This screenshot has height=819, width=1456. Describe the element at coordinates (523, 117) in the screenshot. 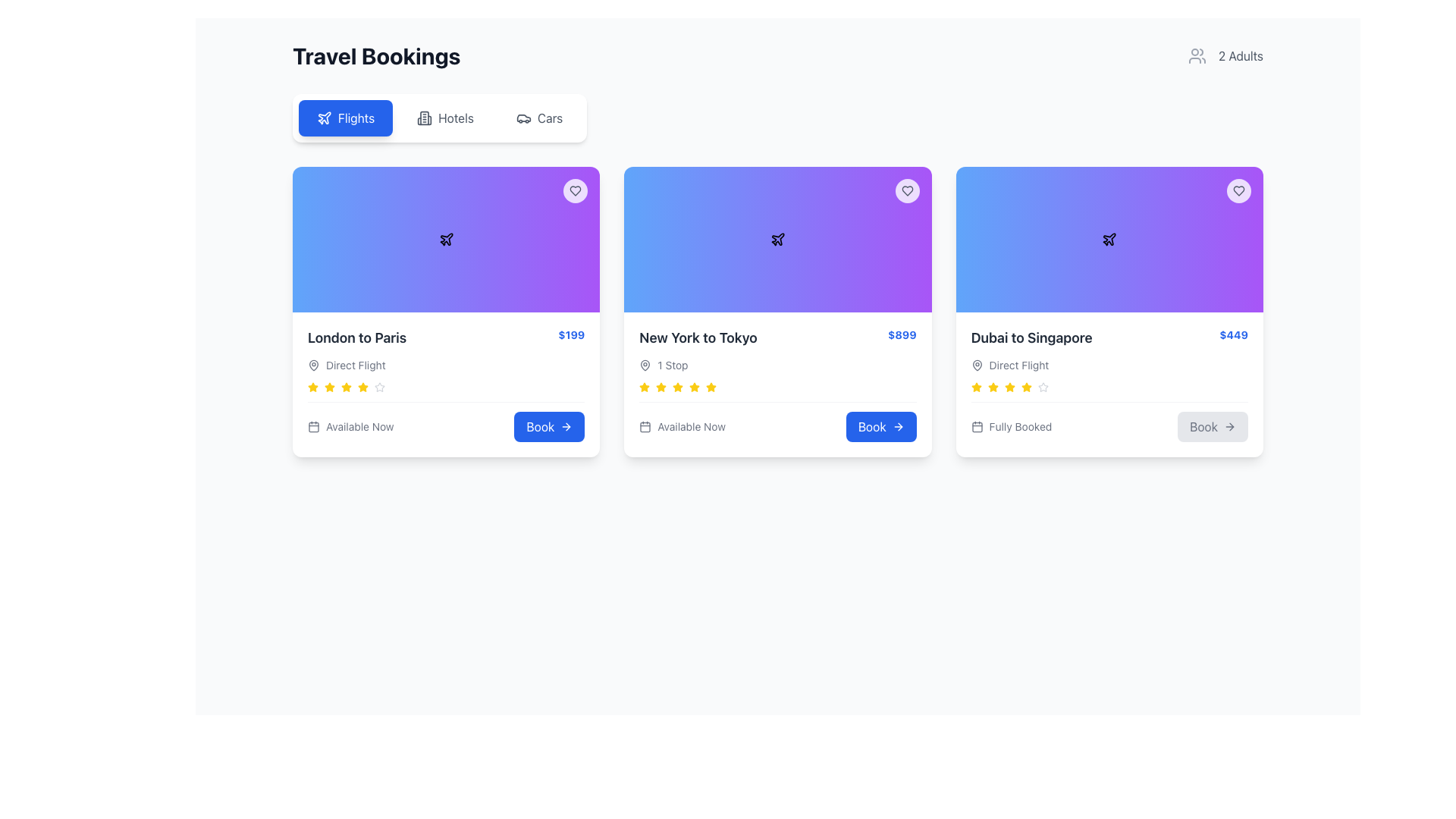

I see `the 'Cars' icon in the navigation menu, located at the top-center of the interface` at that location.